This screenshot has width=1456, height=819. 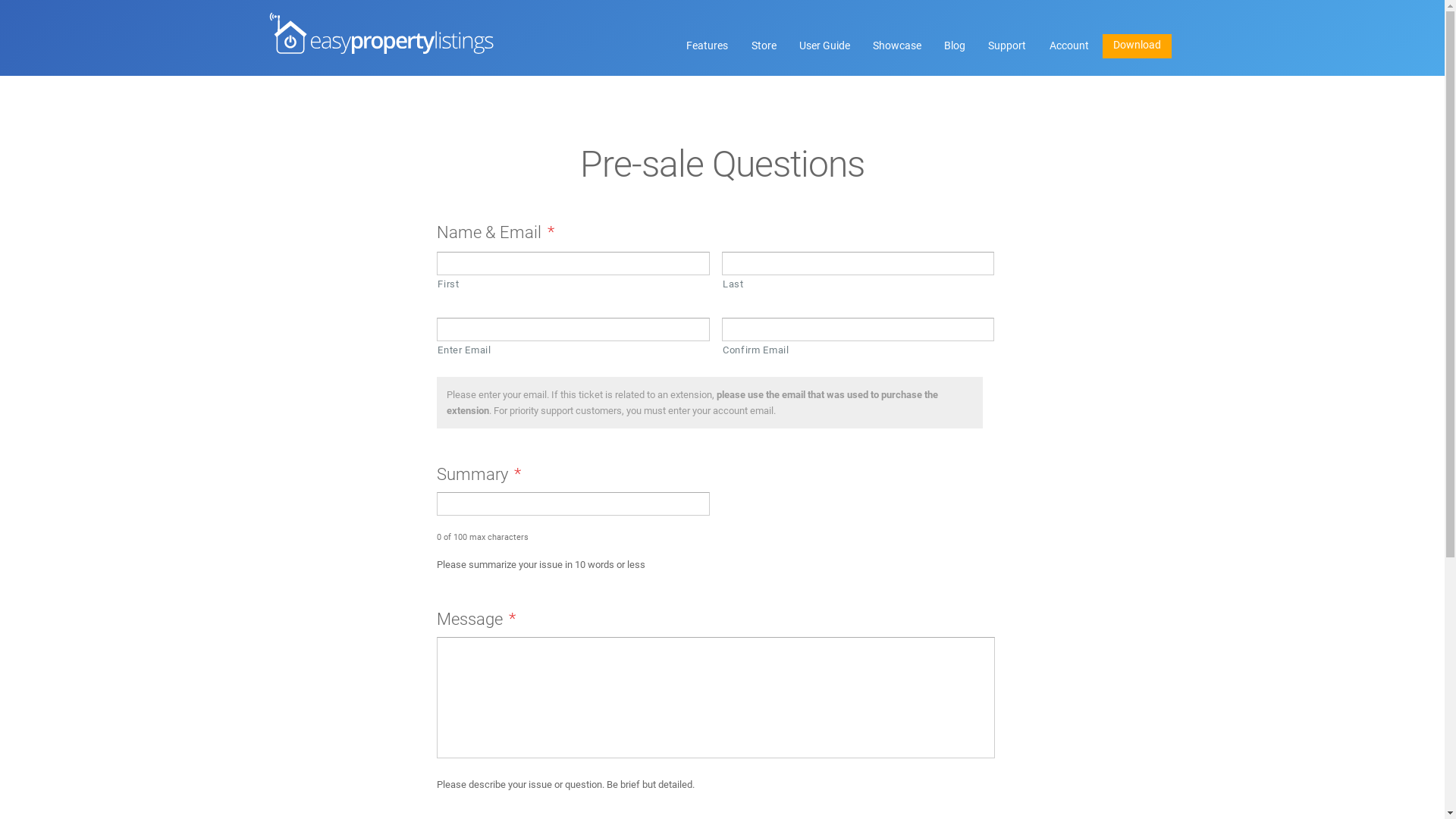 I want to click on 'Blog', so click(x=934, y=45).